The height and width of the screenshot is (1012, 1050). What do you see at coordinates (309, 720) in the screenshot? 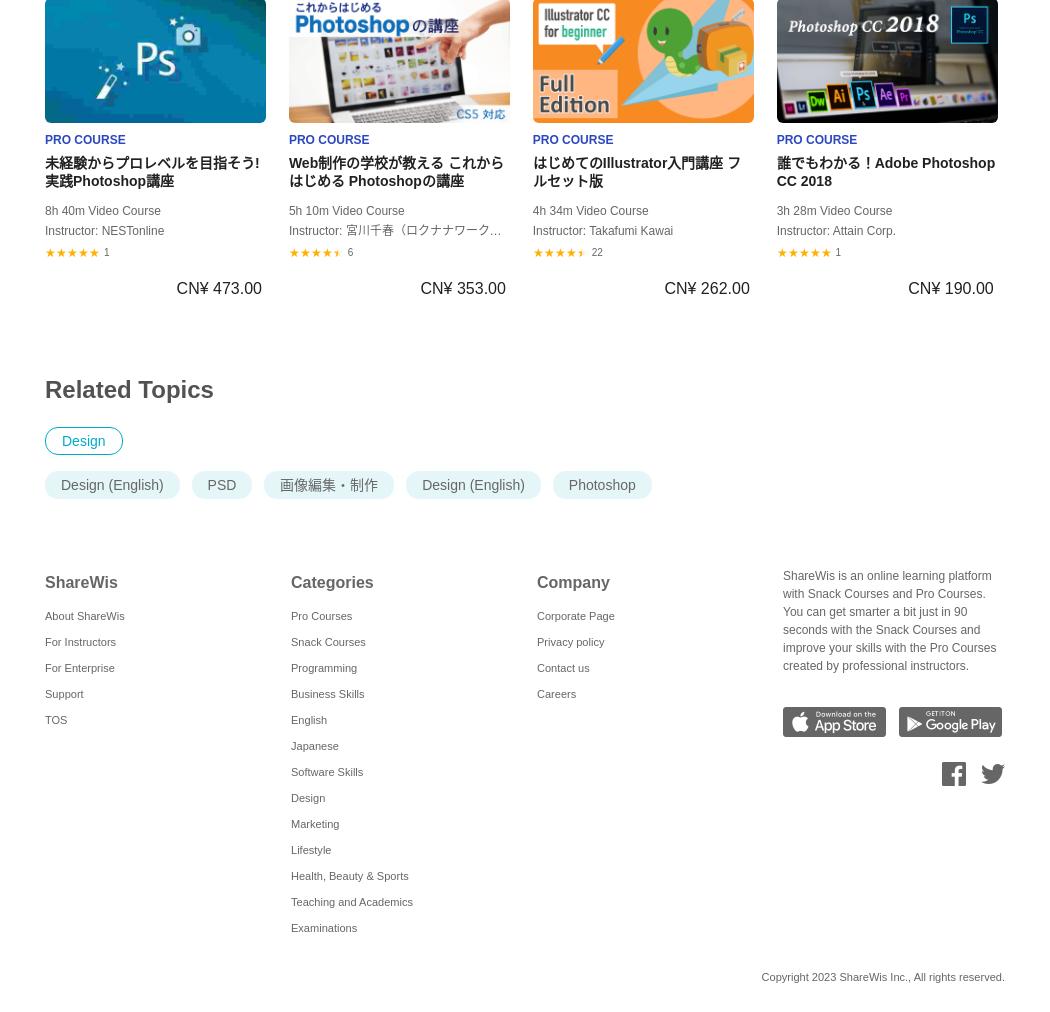
I see `'English'` at bounding box center [309, 720].